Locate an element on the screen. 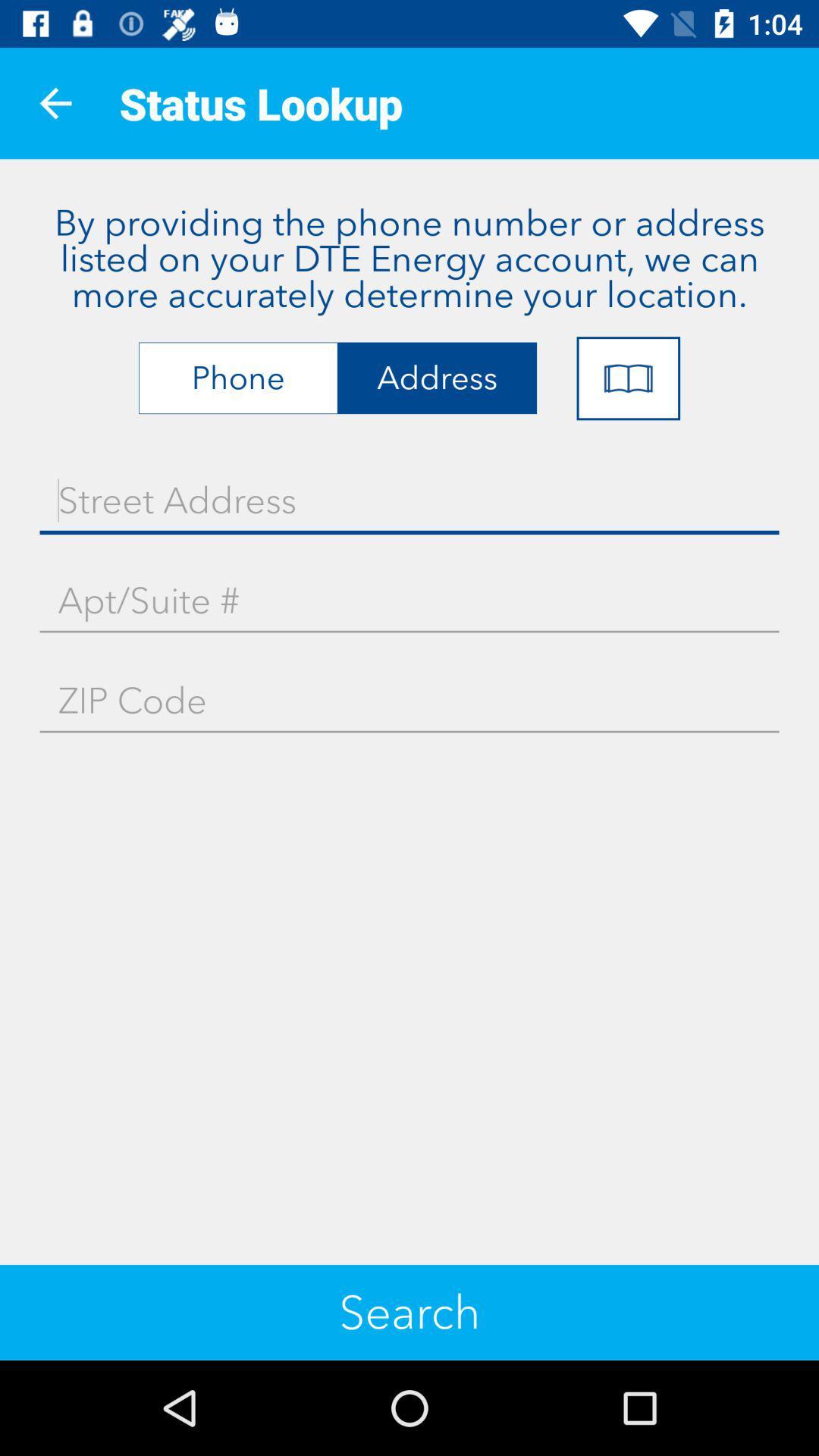  the icon next to the status lookup app is located at coordinates (55, 102).